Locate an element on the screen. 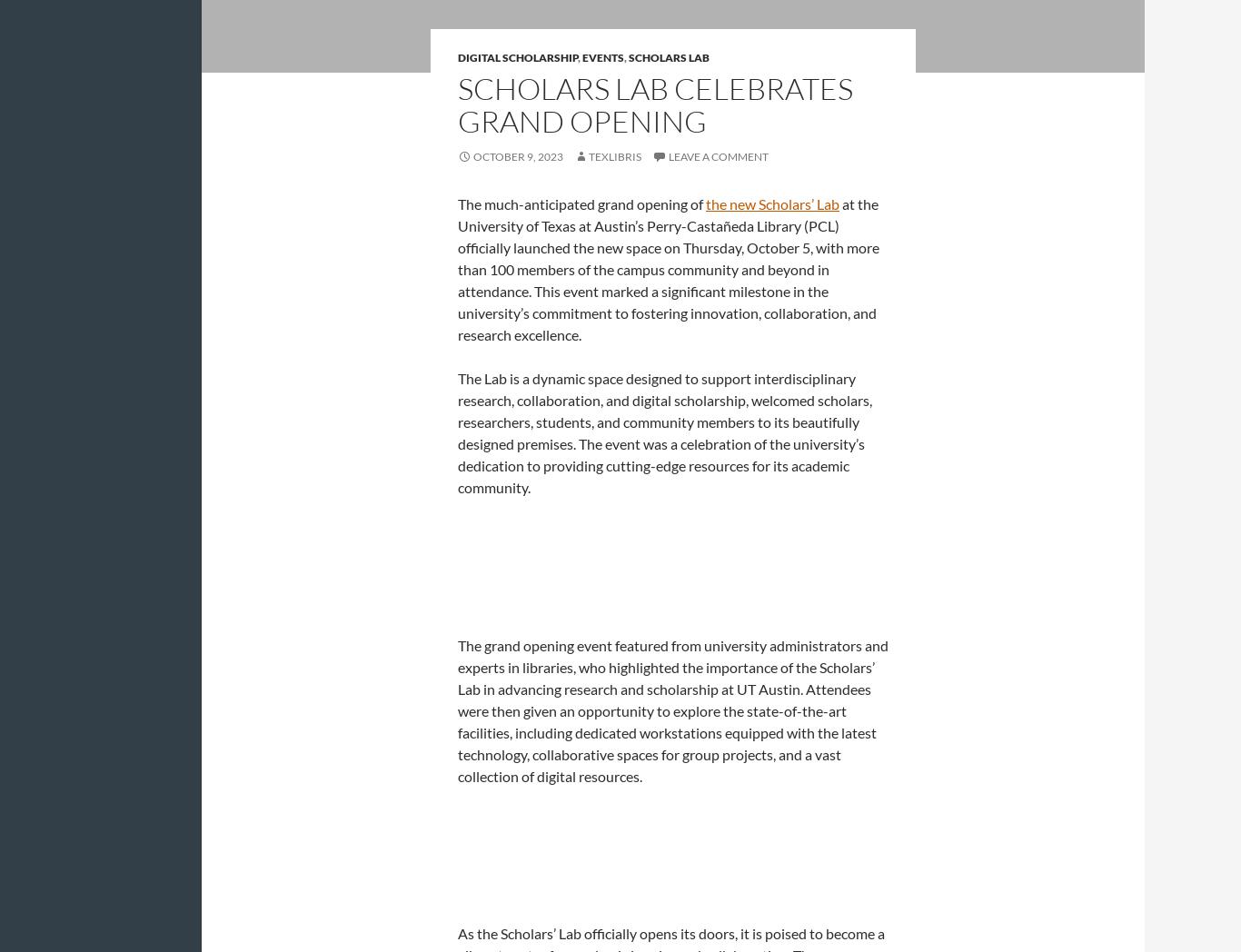 The image size is (1241, 952). 'Digital Scholarship' is located at coordinates (517, 56).